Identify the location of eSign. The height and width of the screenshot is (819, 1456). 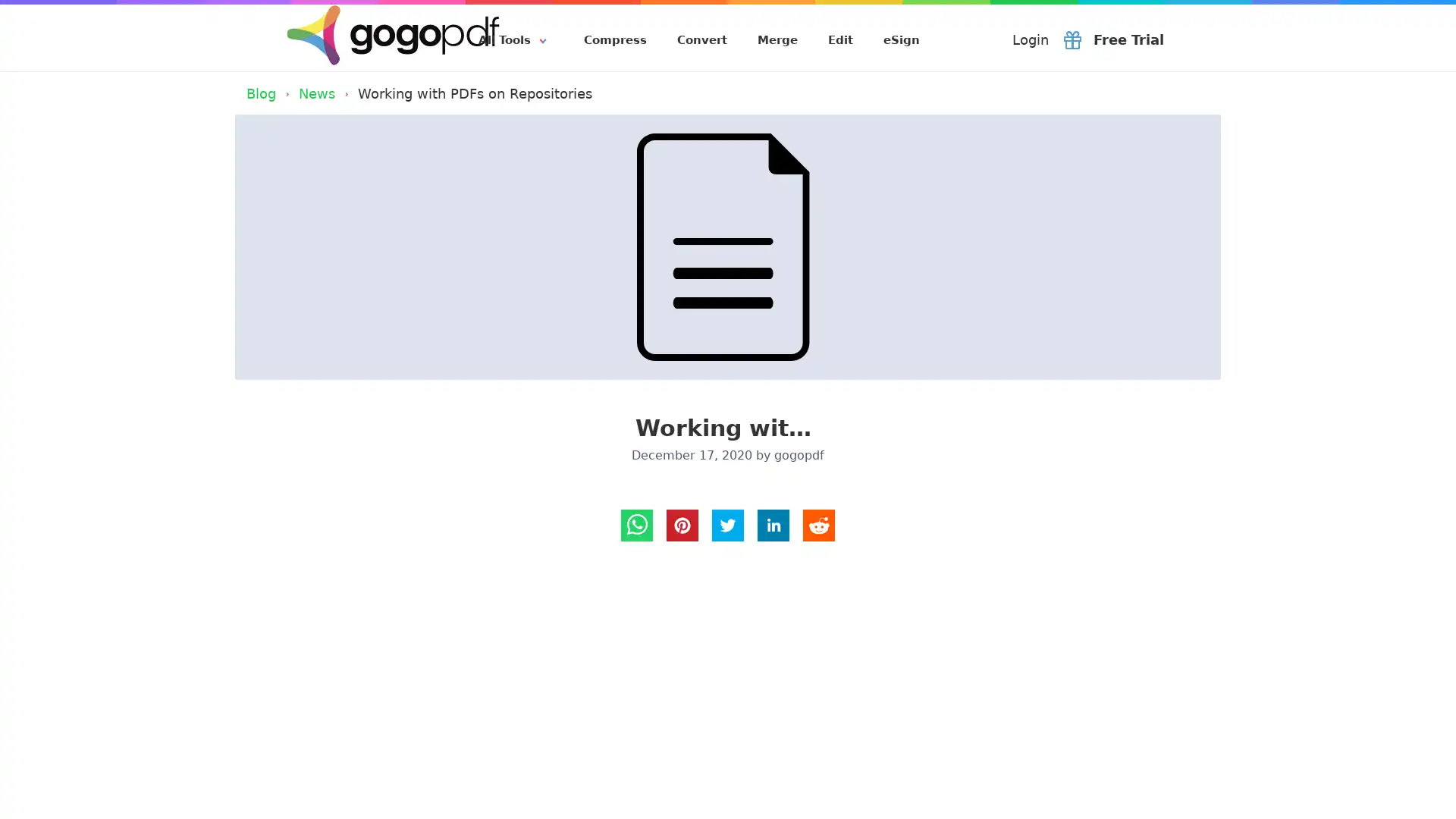
(902, 39).